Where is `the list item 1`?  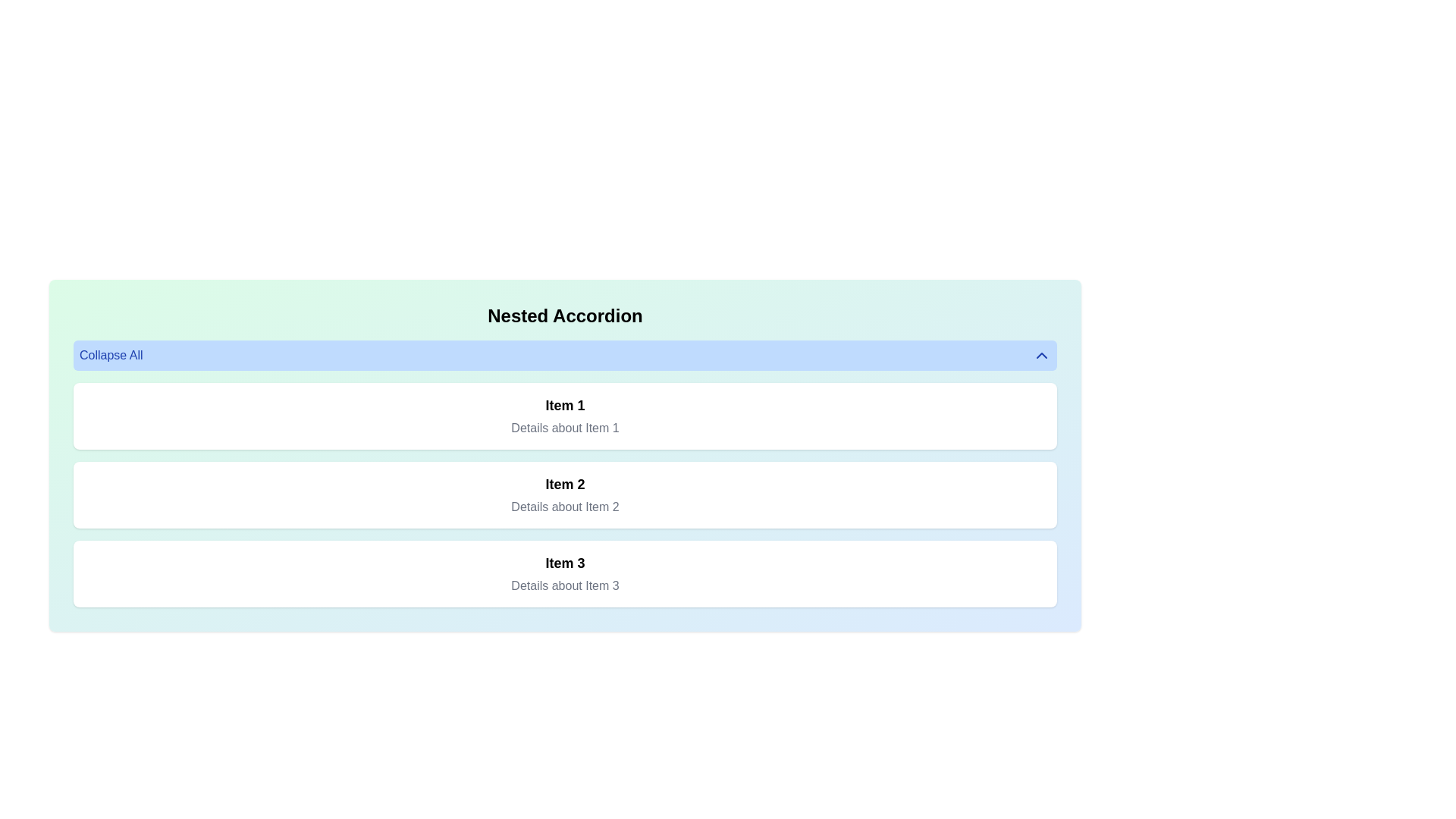
the list item 1 is located at coordinates (564, 416).